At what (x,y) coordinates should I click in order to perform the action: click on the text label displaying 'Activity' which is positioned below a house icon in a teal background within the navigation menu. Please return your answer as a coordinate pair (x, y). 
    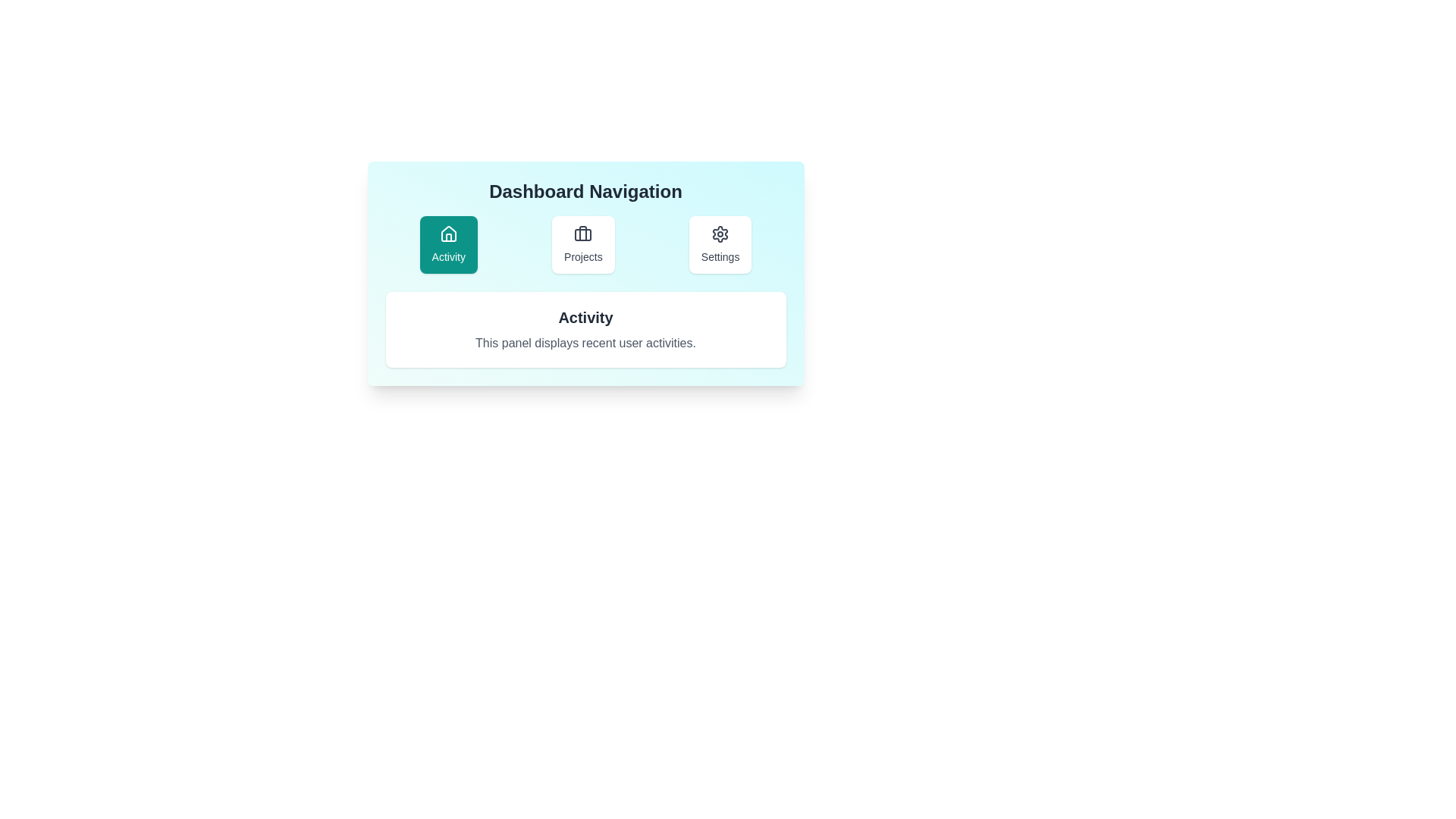
    Looking at the image, I should click on (447, 256).